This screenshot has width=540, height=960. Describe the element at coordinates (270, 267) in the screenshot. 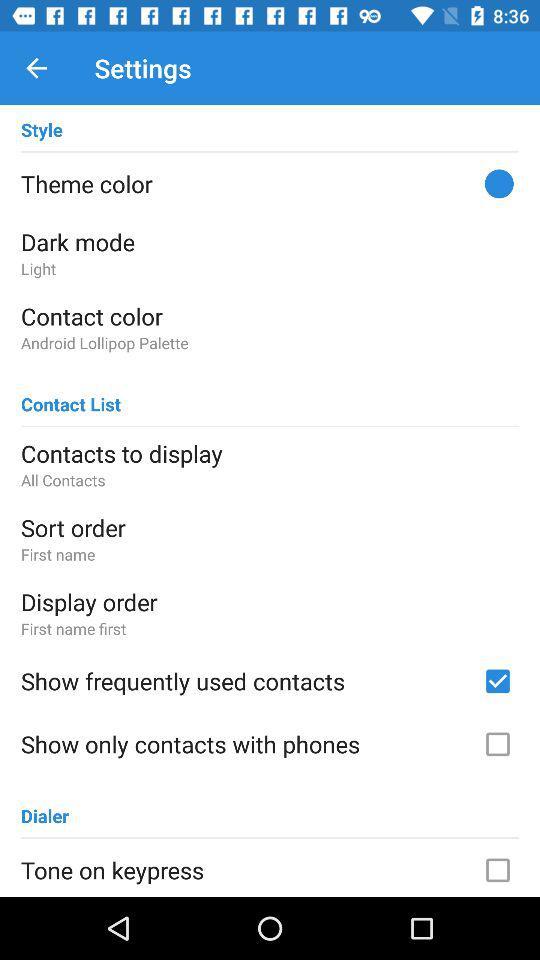

I see `the icon above the contact color icon` at that location.